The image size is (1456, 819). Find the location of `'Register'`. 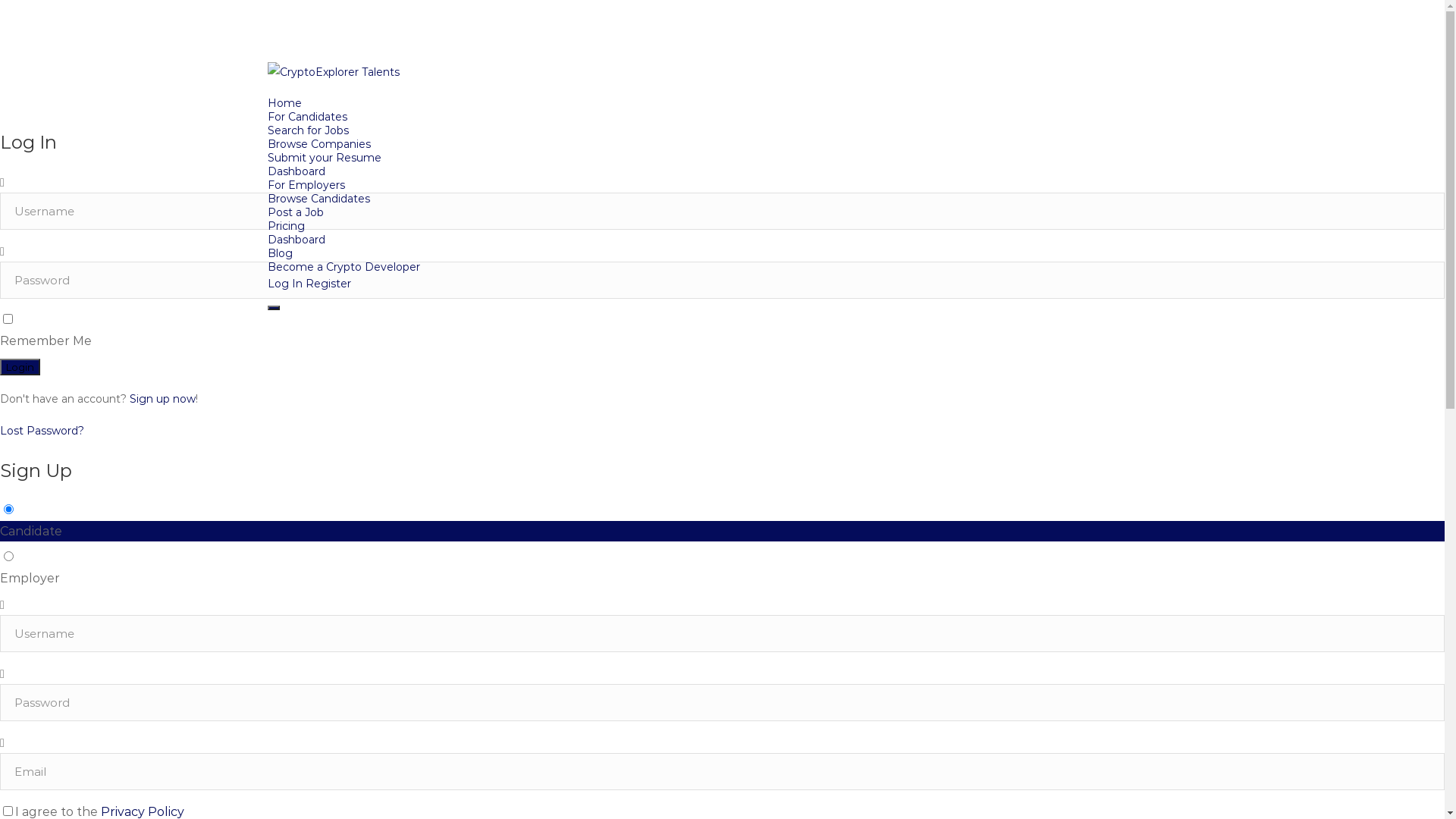

'Register' is located at coordinates (327, 284).